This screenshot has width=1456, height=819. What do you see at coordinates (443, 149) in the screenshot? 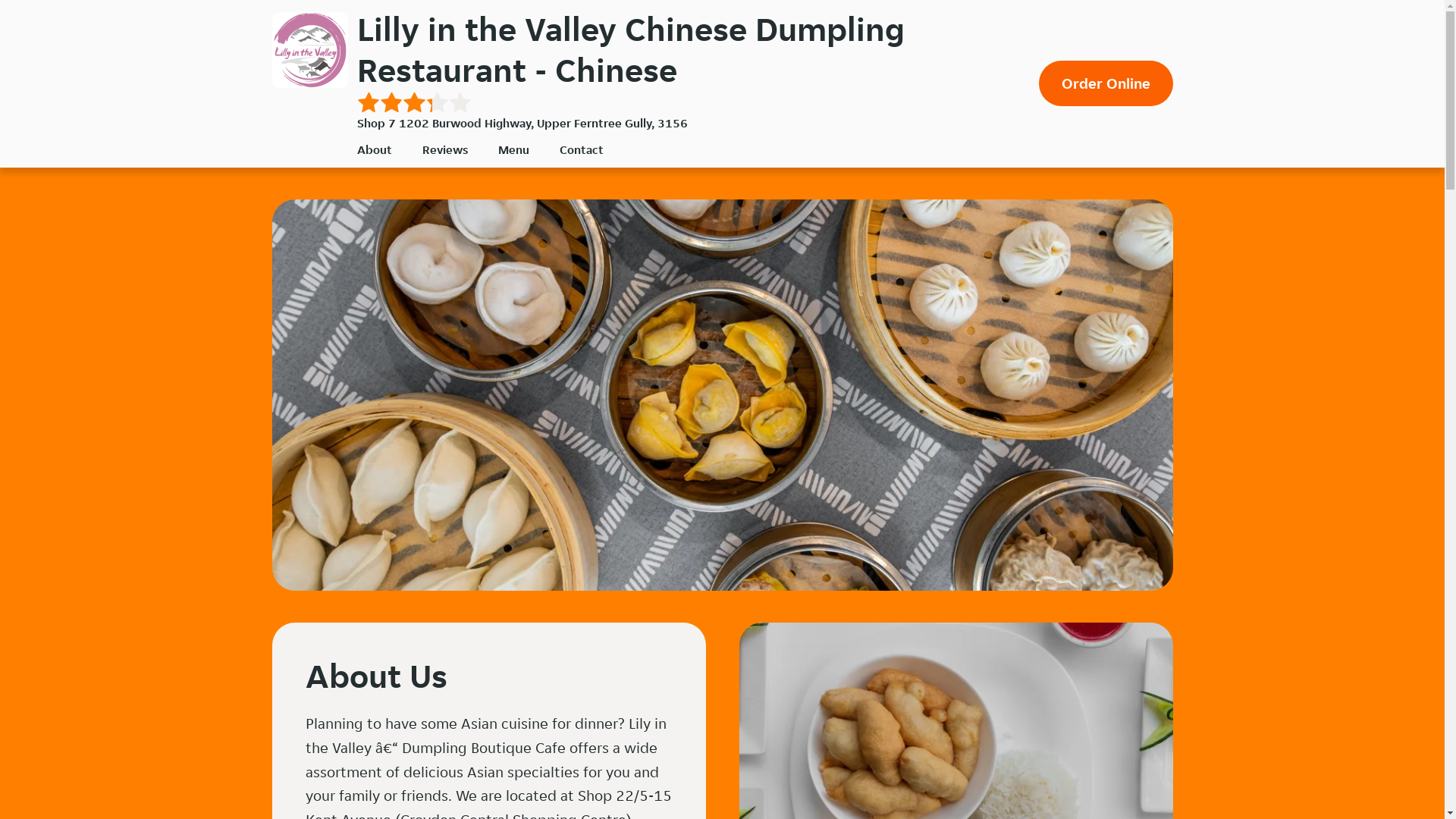
I see `'Reviews'` at bounding box center [443, 149].